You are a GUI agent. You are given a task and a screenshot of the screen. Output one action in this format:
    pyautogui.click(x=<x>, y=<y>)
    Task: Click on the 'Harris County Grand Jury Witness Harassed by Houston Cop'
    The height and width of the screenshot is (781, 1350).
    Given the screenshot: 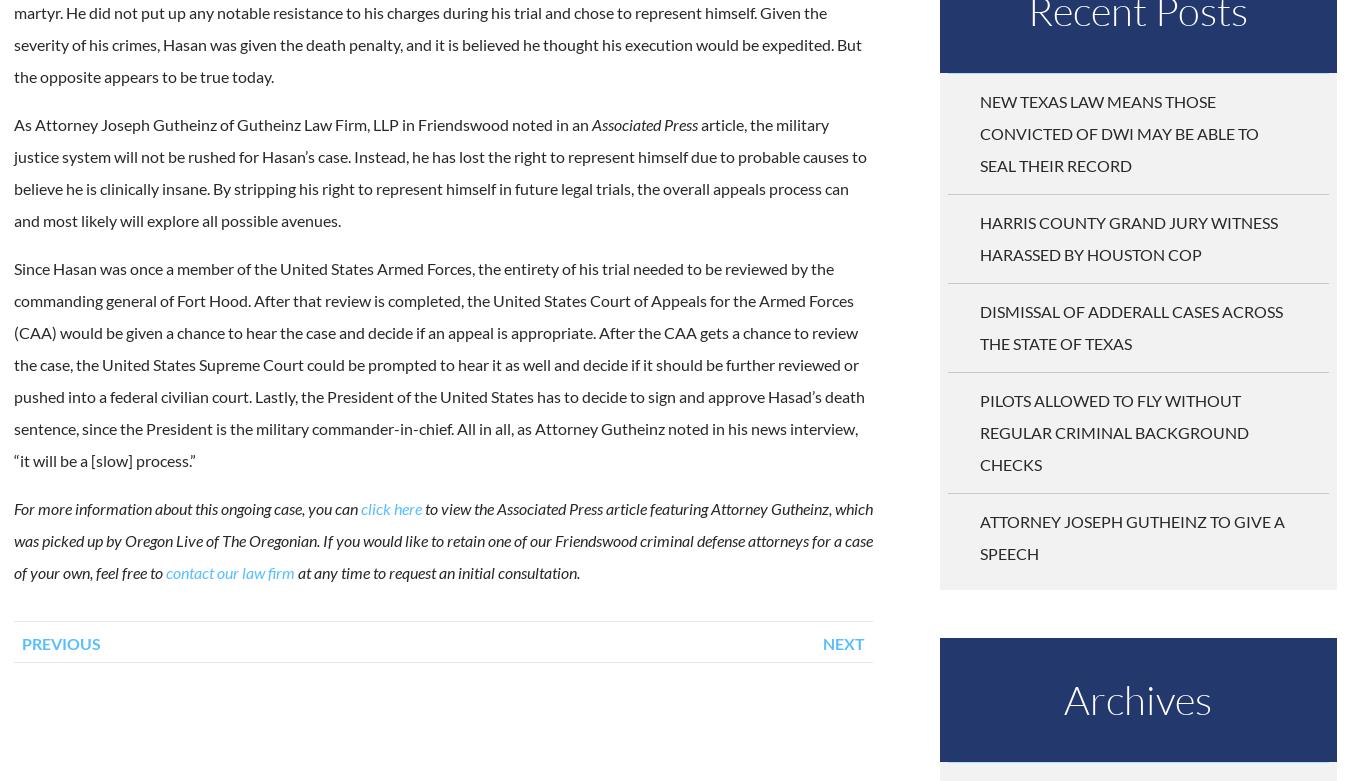 What is the action you would take?
    pyautogui.click(x=1127, y=236)
    